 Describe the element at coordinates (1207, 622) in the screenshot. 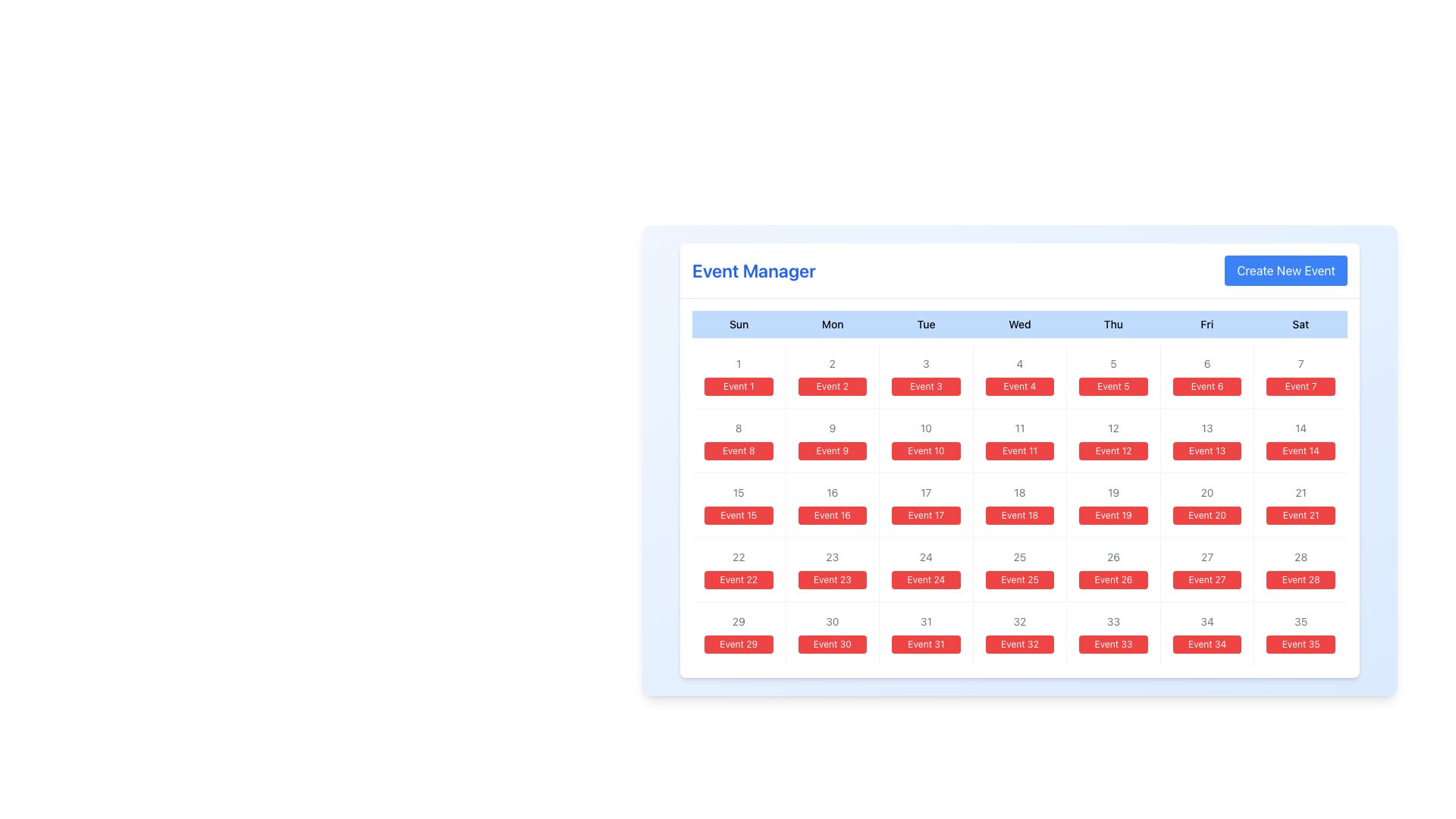

I see `the text label displaying the number '34' in gray font, which is located in the bottom row of the calendar grid above the red button labeled 'Event 34'` at that location.